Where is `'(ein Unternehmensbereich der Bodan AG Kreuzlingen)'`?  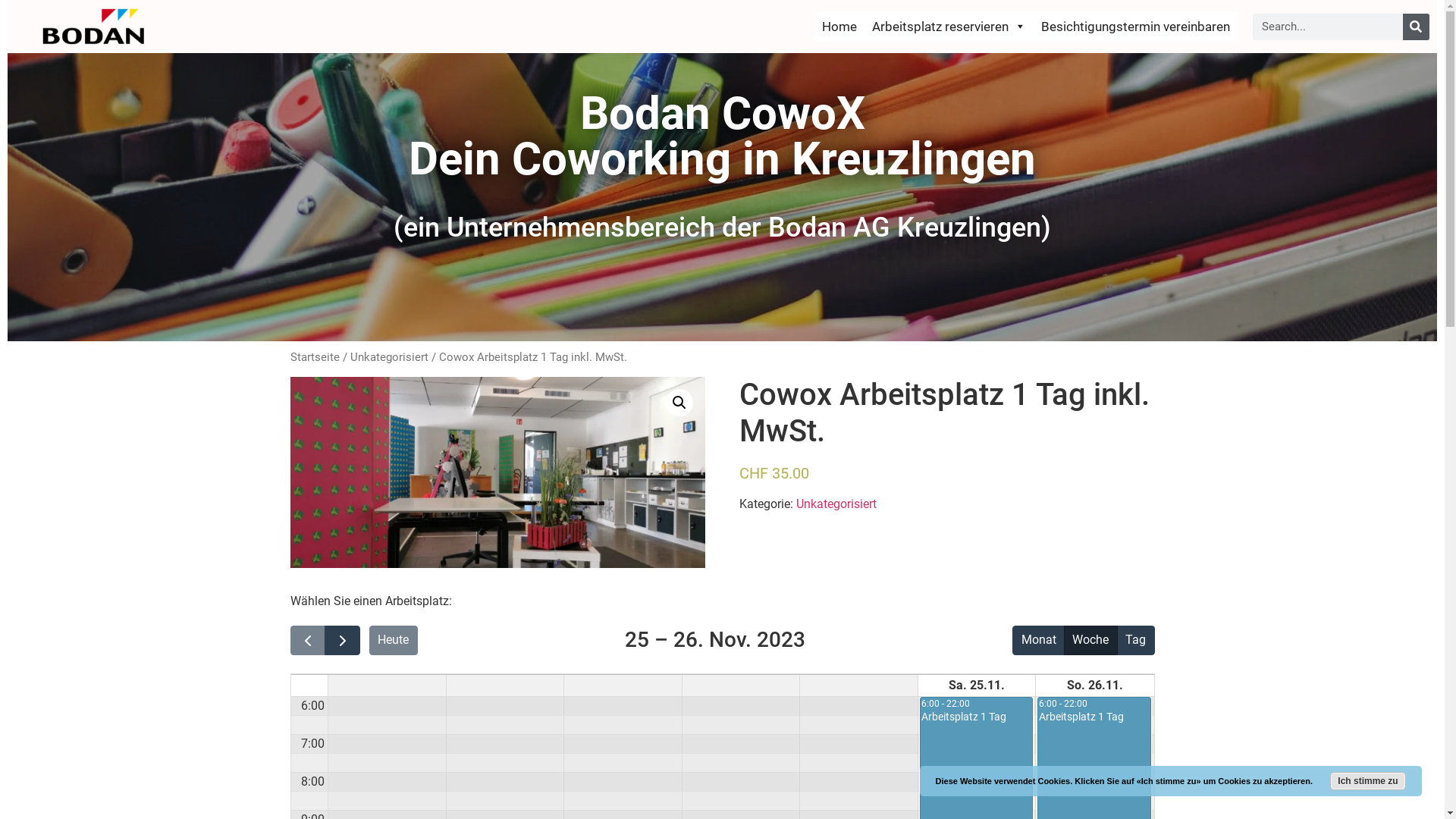
'(ein Unternehmensbereich der Bodan AG Kreuzlingen)' is located at coordinates (721, 227).